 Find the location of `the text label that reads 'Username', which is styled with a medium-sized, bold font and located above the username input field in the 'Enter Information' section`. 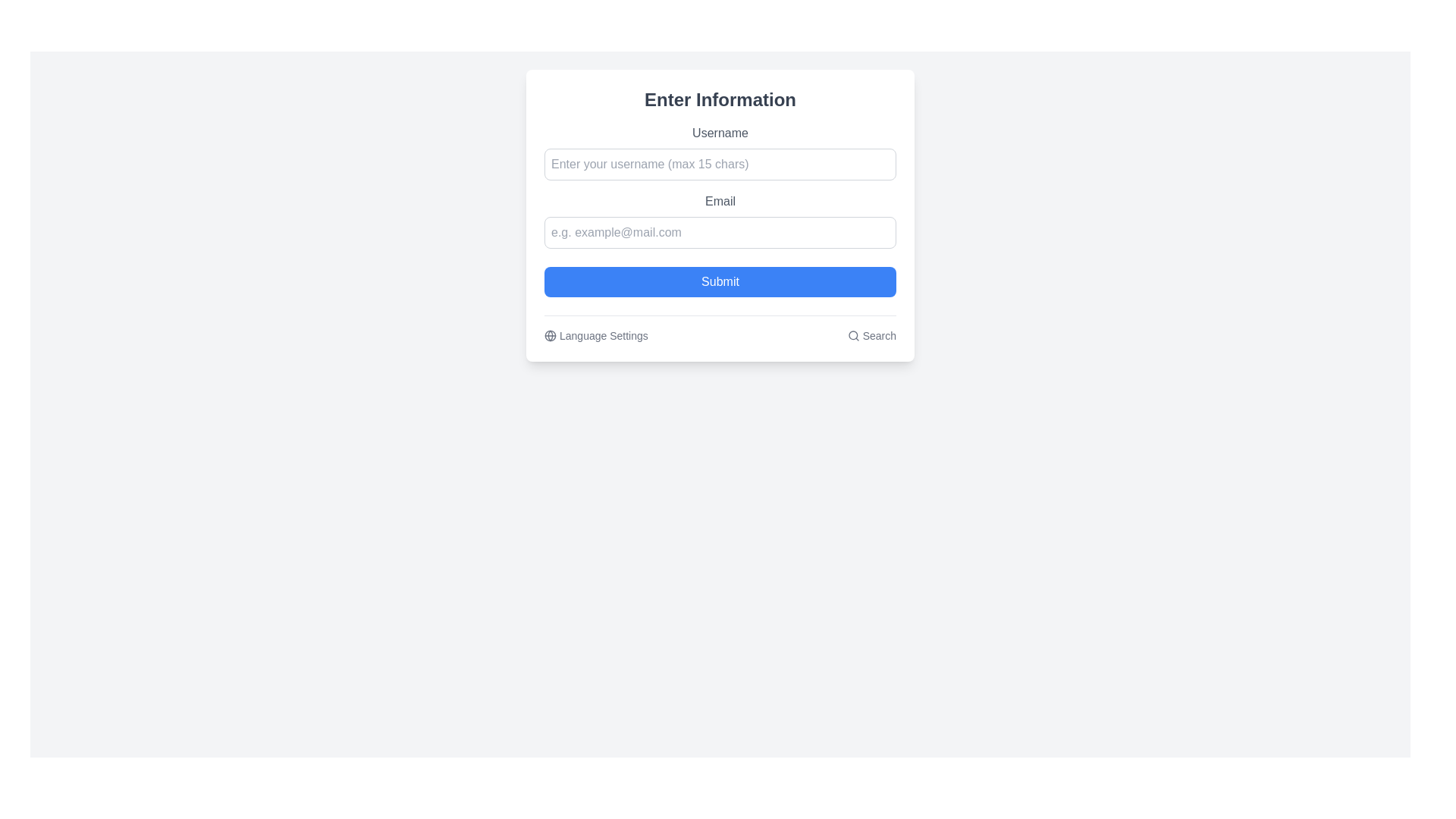

the text label that reads 'Username', which is styled with a medium-sized, bold font and located above the username input field in the 'Enter Information' section is located at coordinates (720, 133).